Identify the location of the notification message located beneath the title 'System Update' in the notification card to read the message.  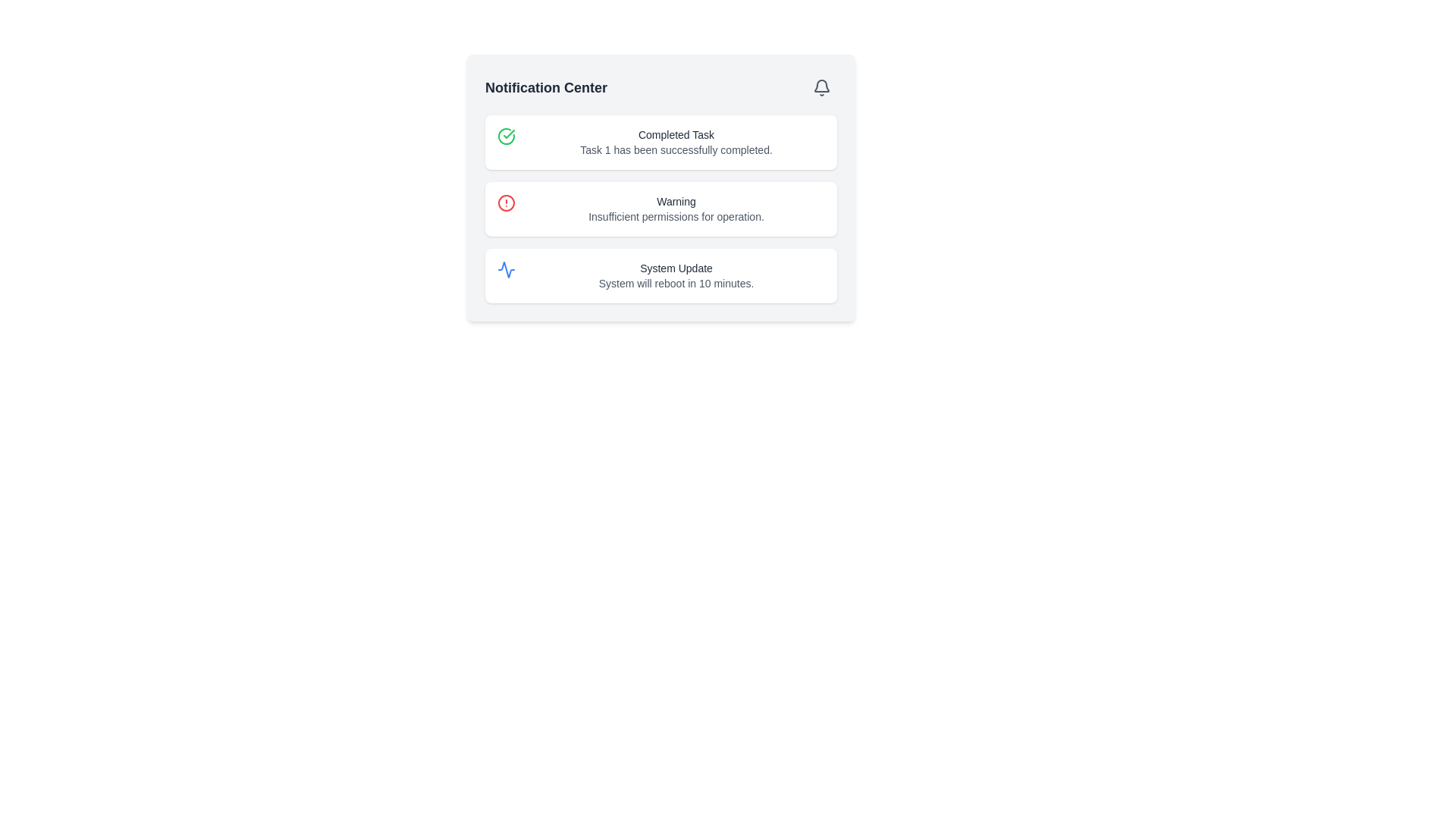
(676, 284).